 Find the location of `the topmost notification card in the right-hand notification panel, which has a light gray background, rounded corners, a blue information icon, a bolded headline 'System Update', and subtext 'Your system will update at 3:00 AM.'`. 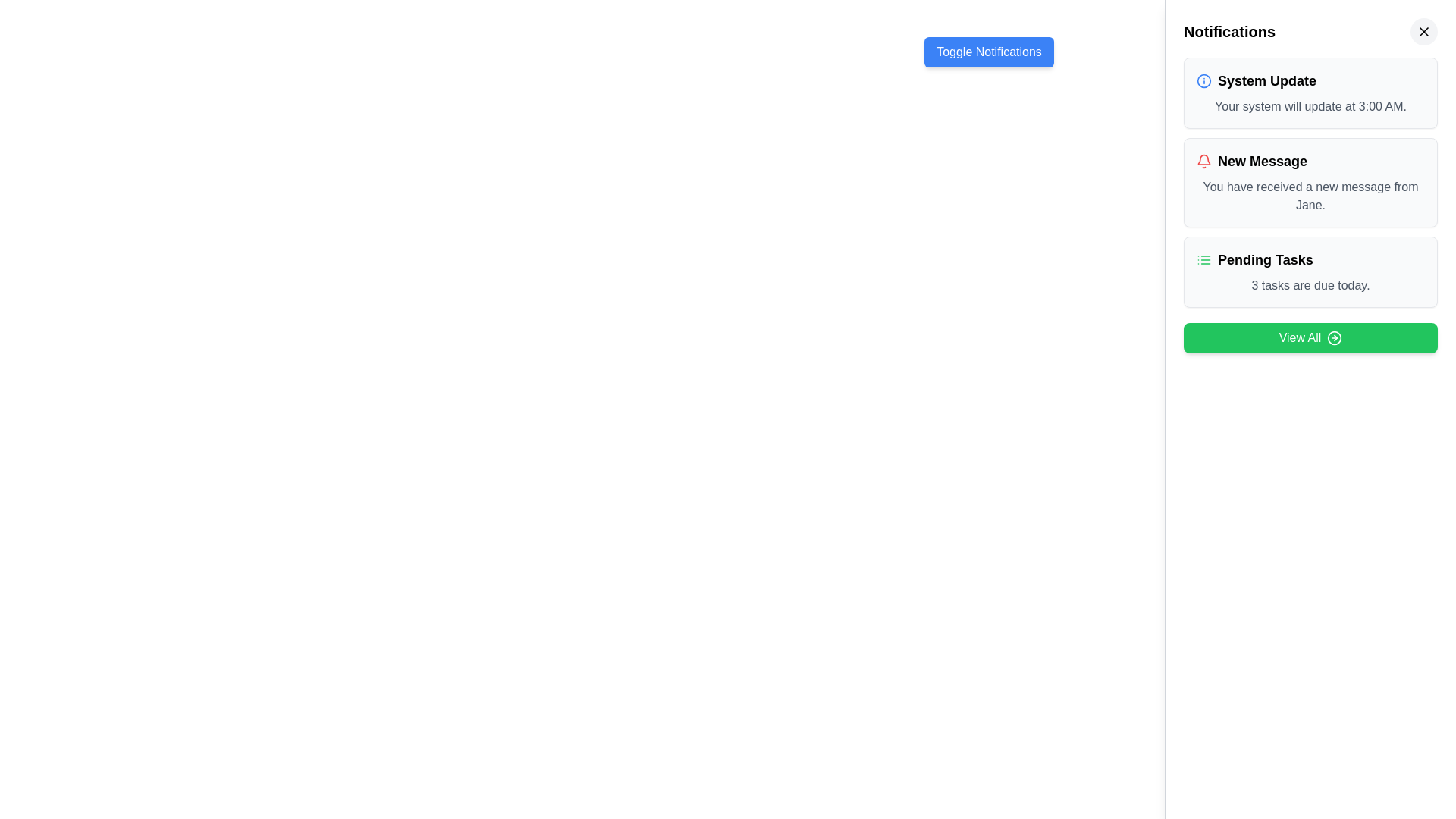

the topmost notification card in the right-hand notification panel, which has a light gray background, rounded corners, a blue information icon, a bolded headline 'System Update', and subtext 'Your system will update at 3:00 AM.' is located at coordinates (1310, 93).